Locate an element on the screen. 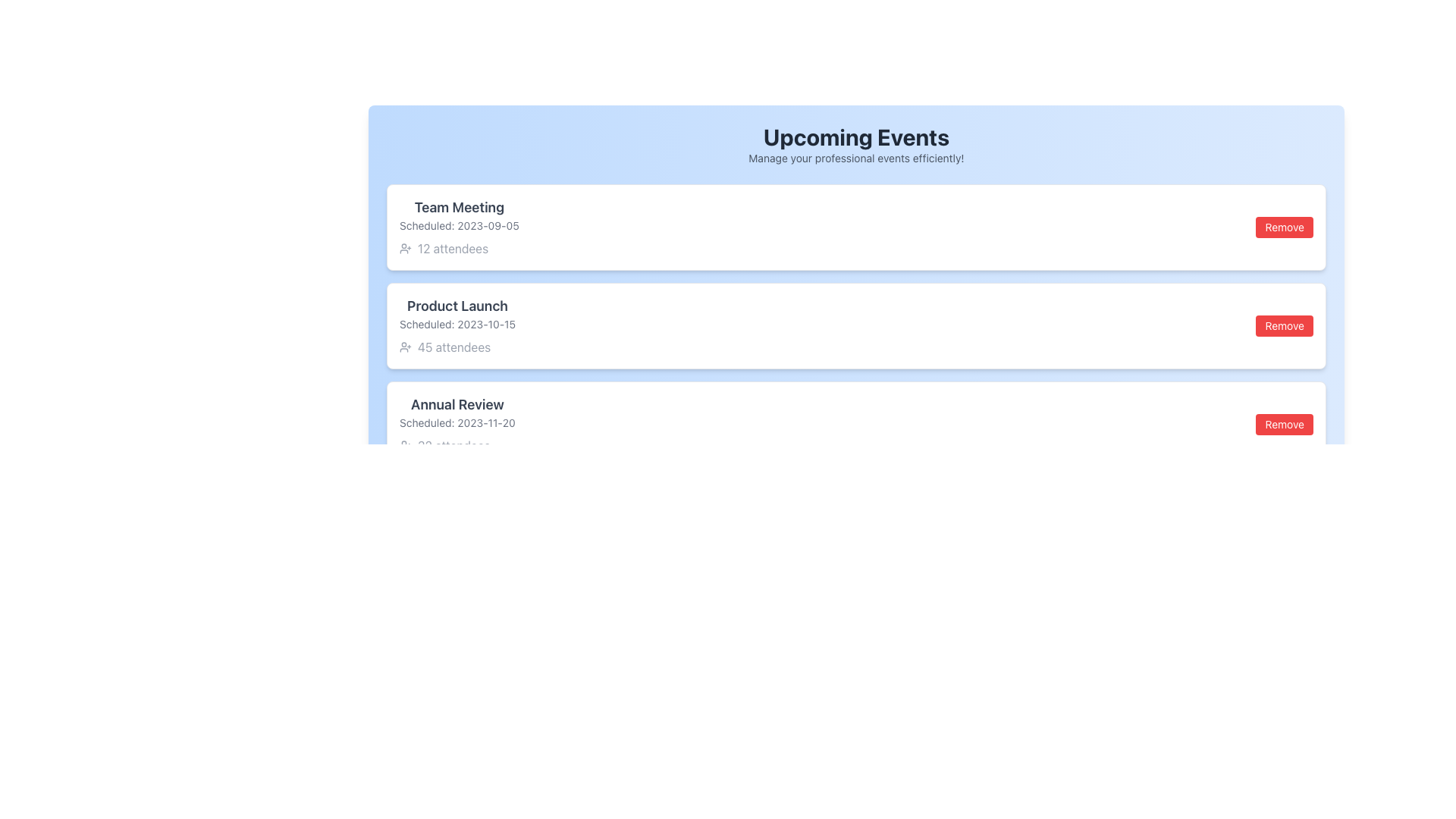  the second event card in the vertically stacked list is located at coordinates (856, 325).